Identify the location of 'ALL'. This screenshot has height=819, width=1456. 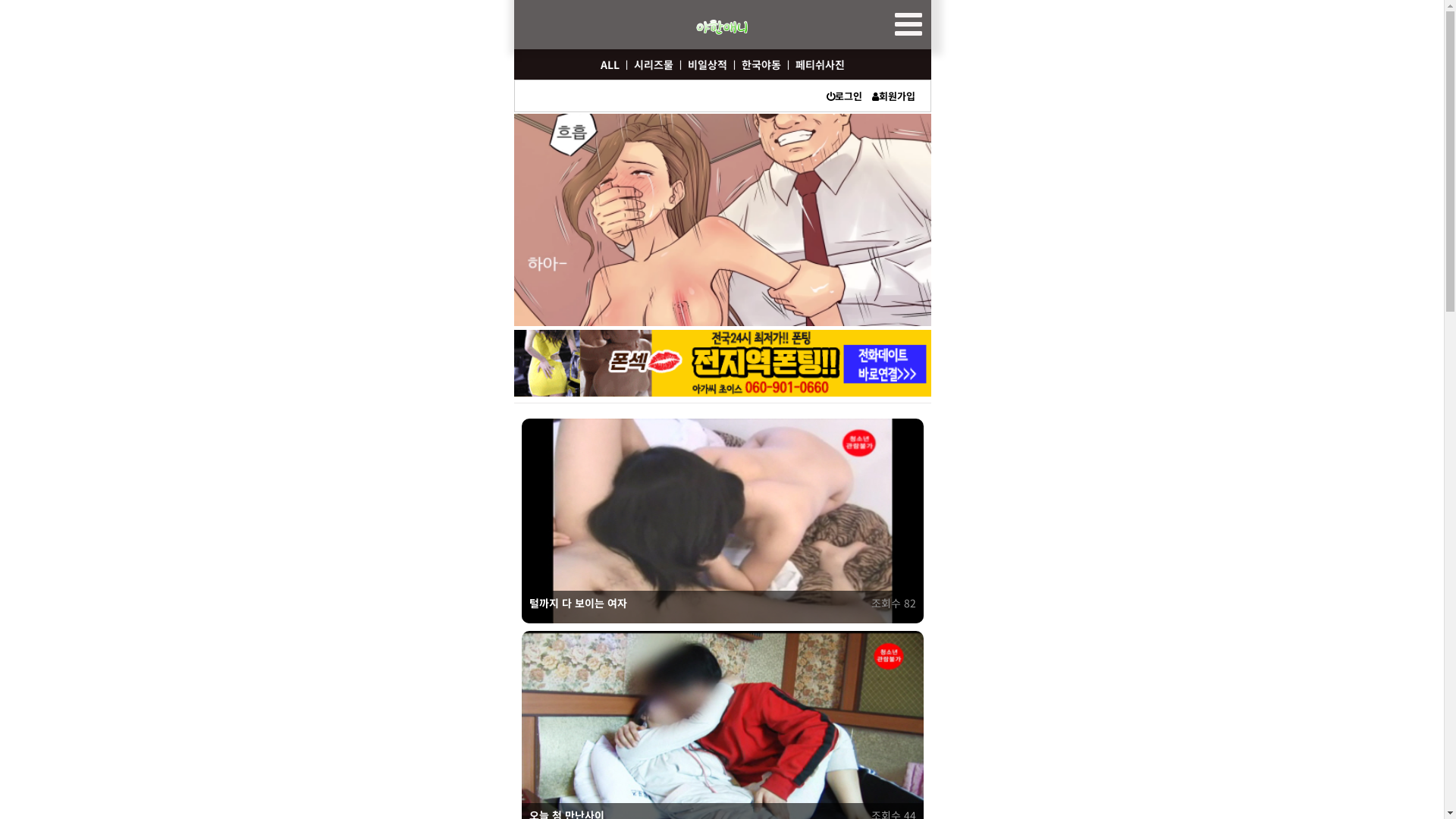
(596, 63).